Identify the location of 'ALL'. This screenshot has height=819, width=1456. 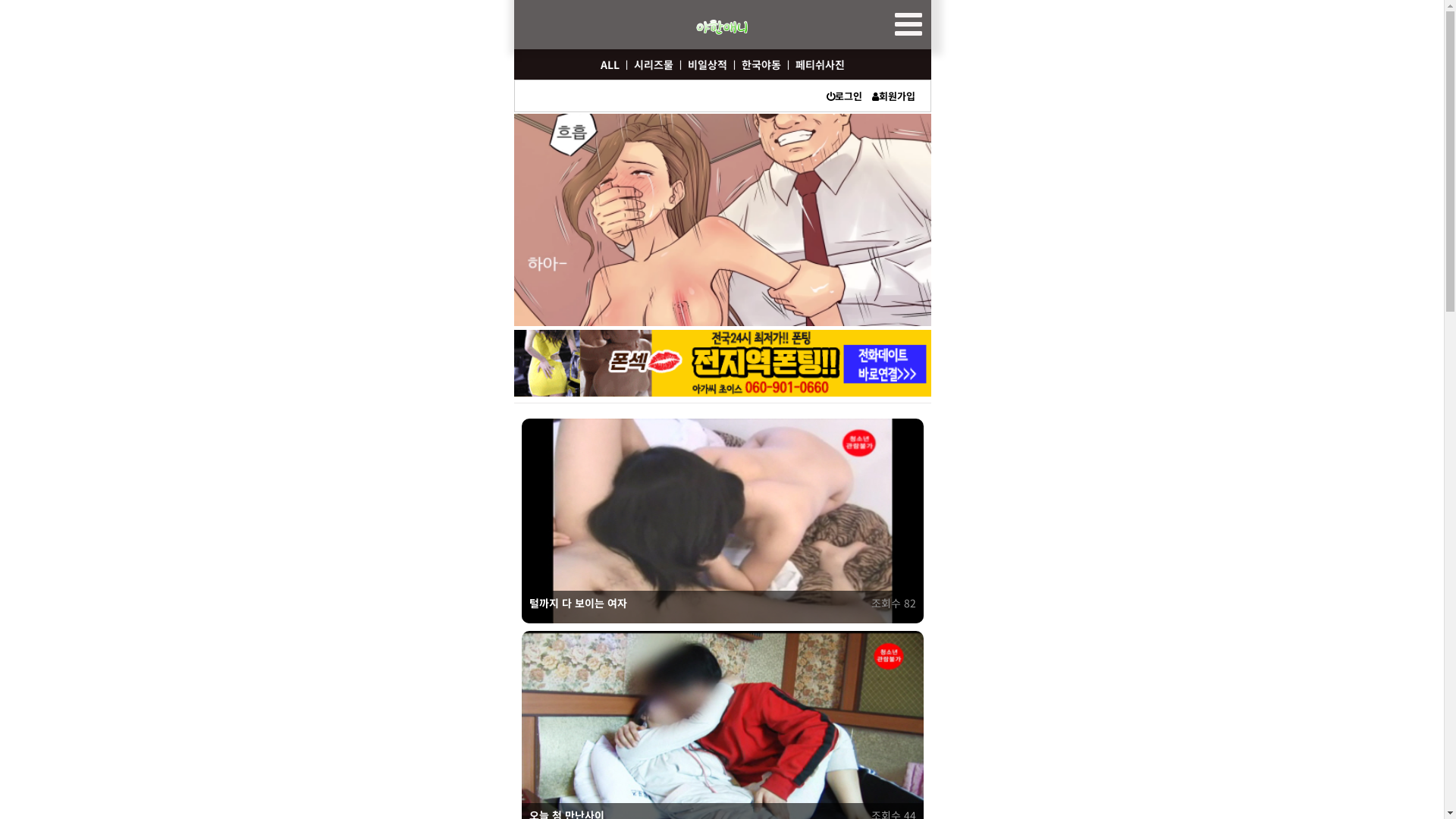
(596, 63).